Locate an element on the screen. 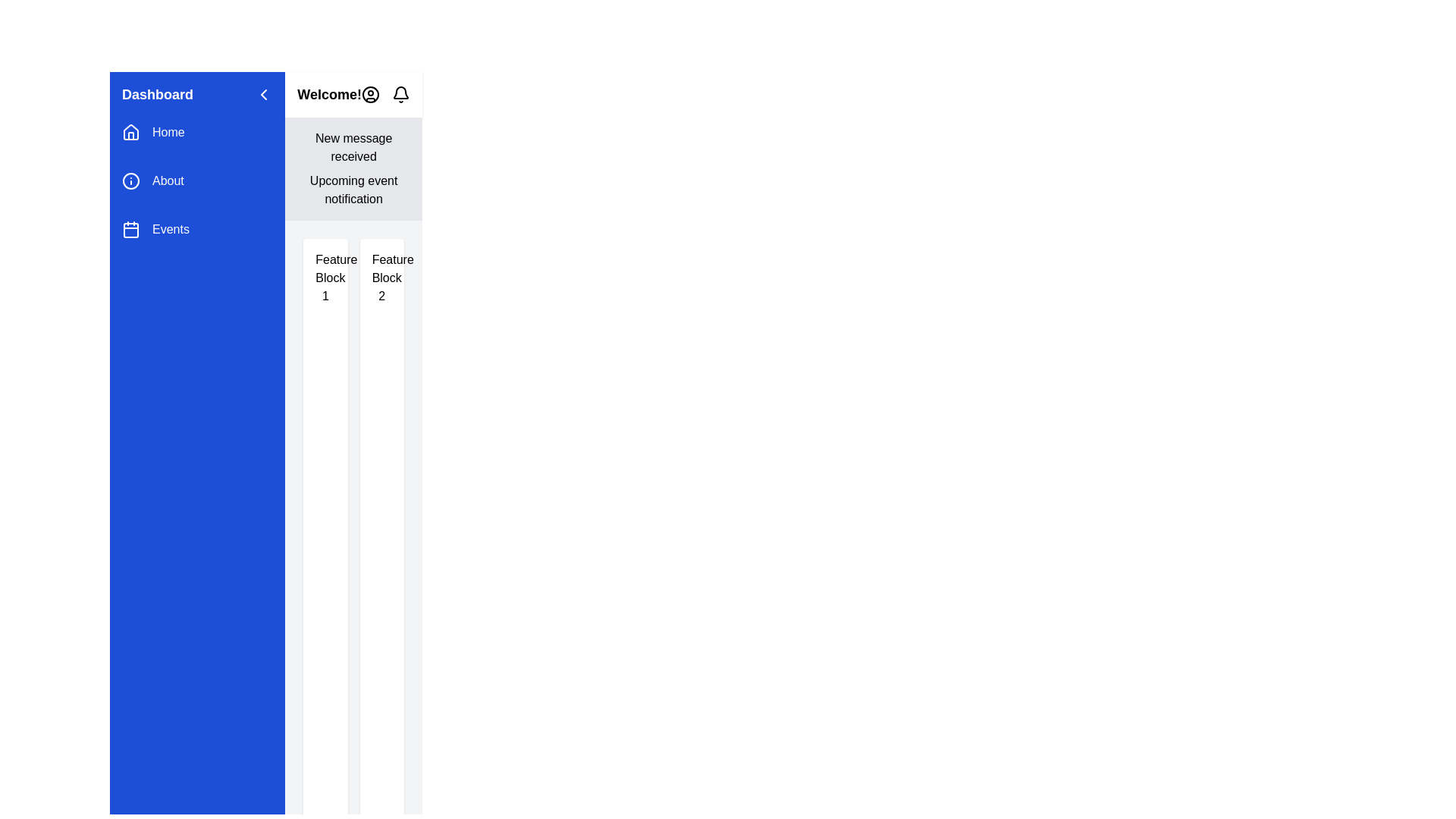 Image resolution: width=1456 pixels, height=819 pixels. the 'About' text element displayed in white font on a blue background within the sidebar menu is located at coordinates (168, 180).